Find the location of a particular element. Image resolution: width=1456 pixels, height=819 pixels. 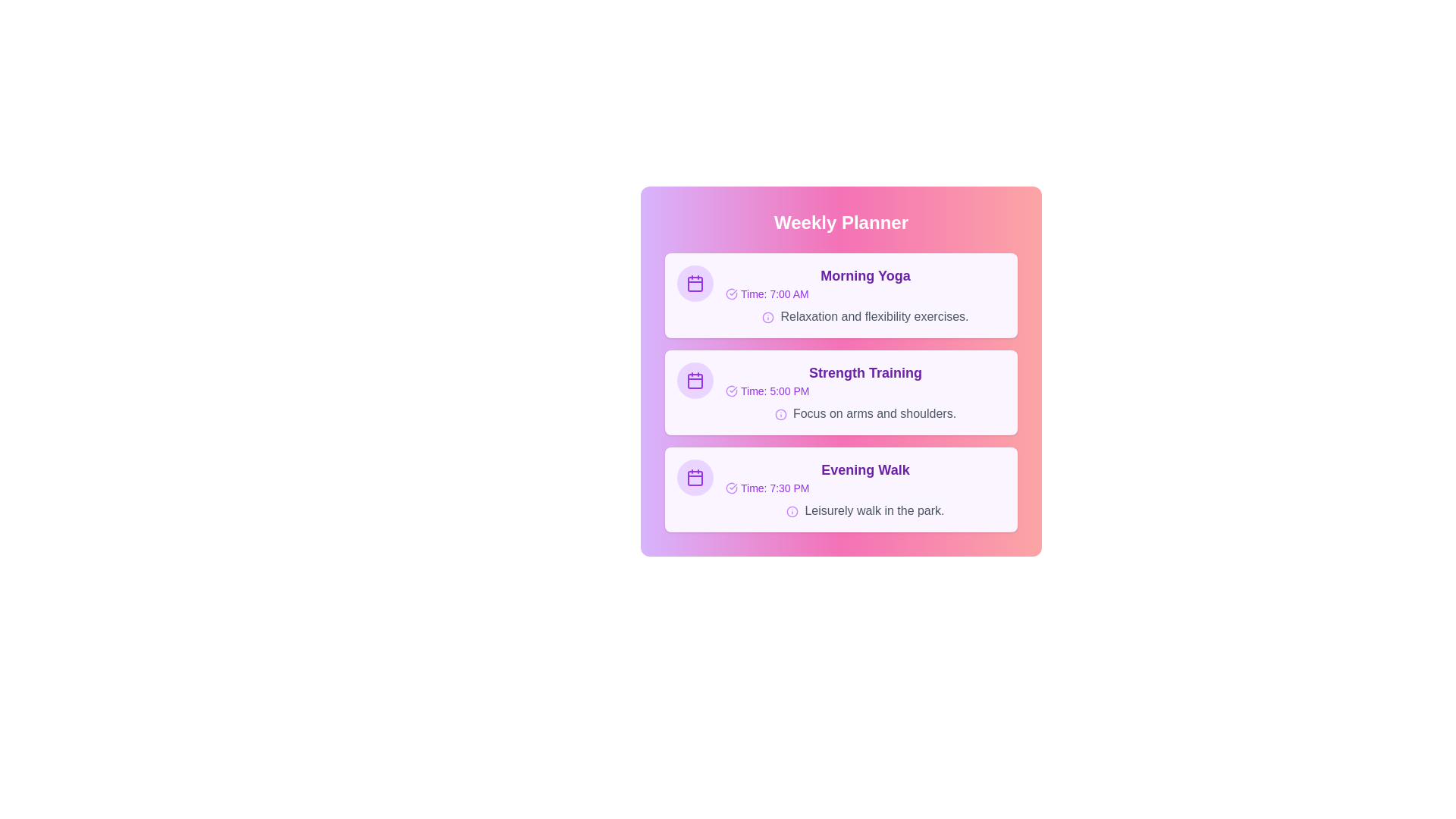

the list item corresponding to Strength Training is located at coordinates (840, 391).